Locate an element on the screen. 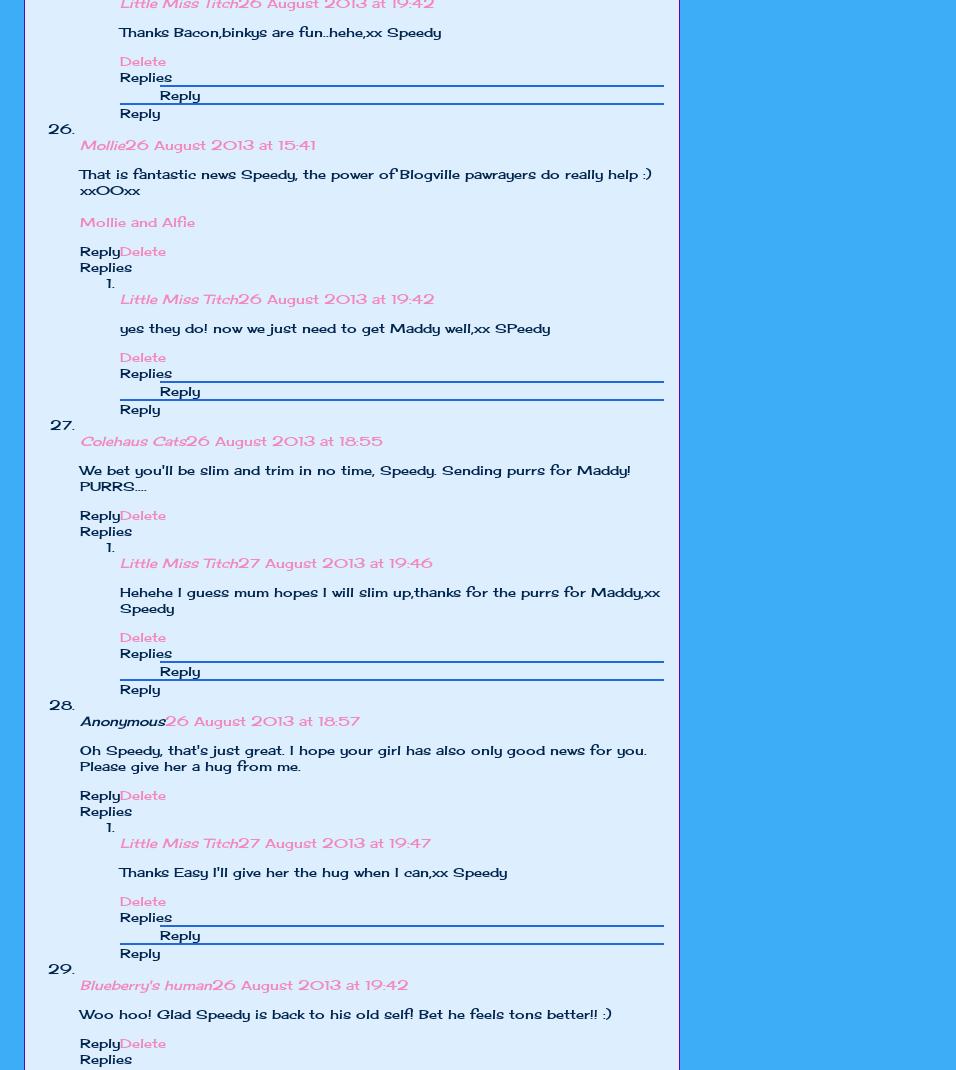 Image resolution: width=956 pixels, height=1070 pixels. 'Colehaus Cats' is located at coordinates (132, 439).